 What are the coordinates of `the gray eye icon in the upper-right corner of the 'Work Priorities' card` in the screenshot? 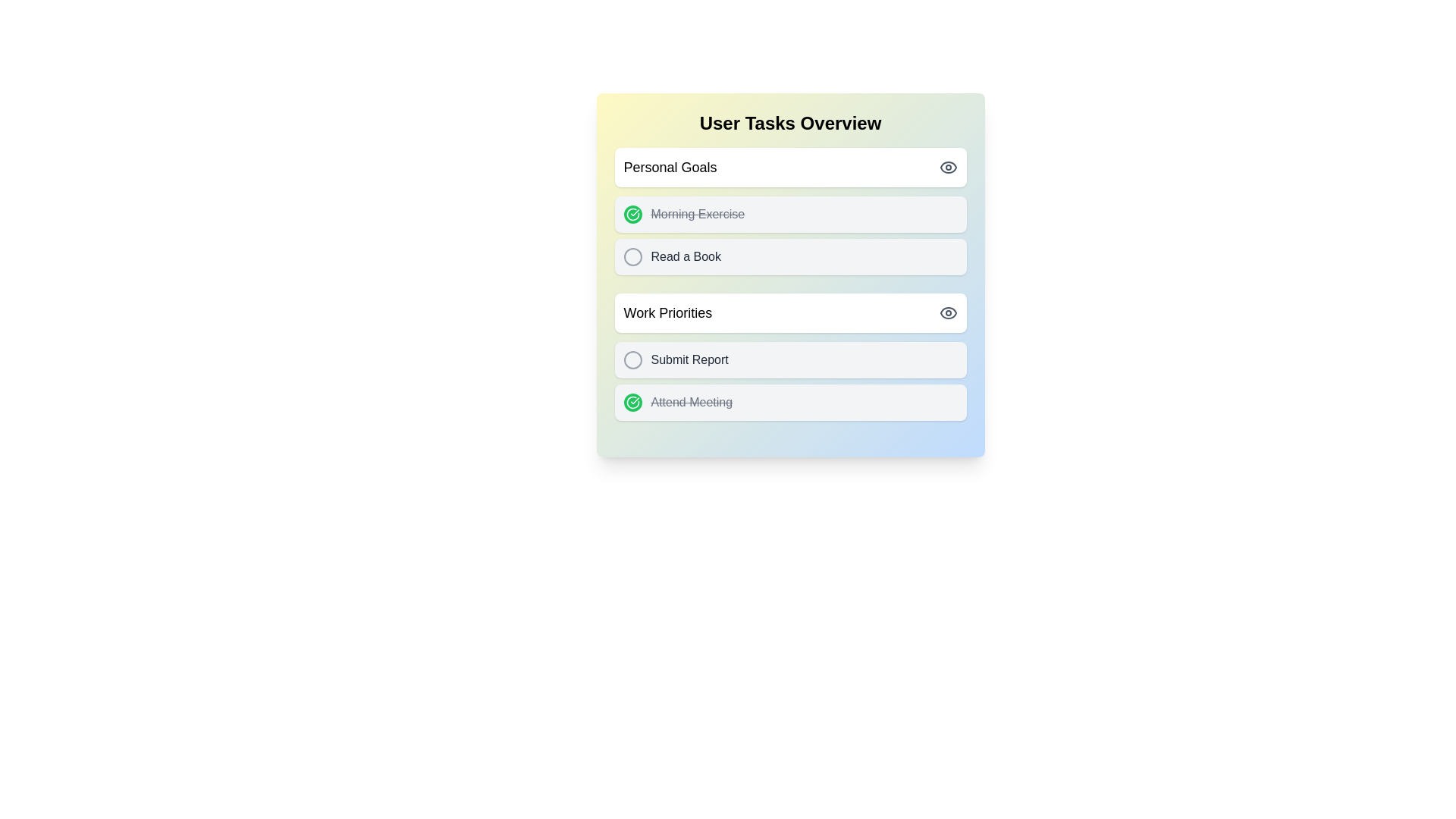 It's located at (947, 312).